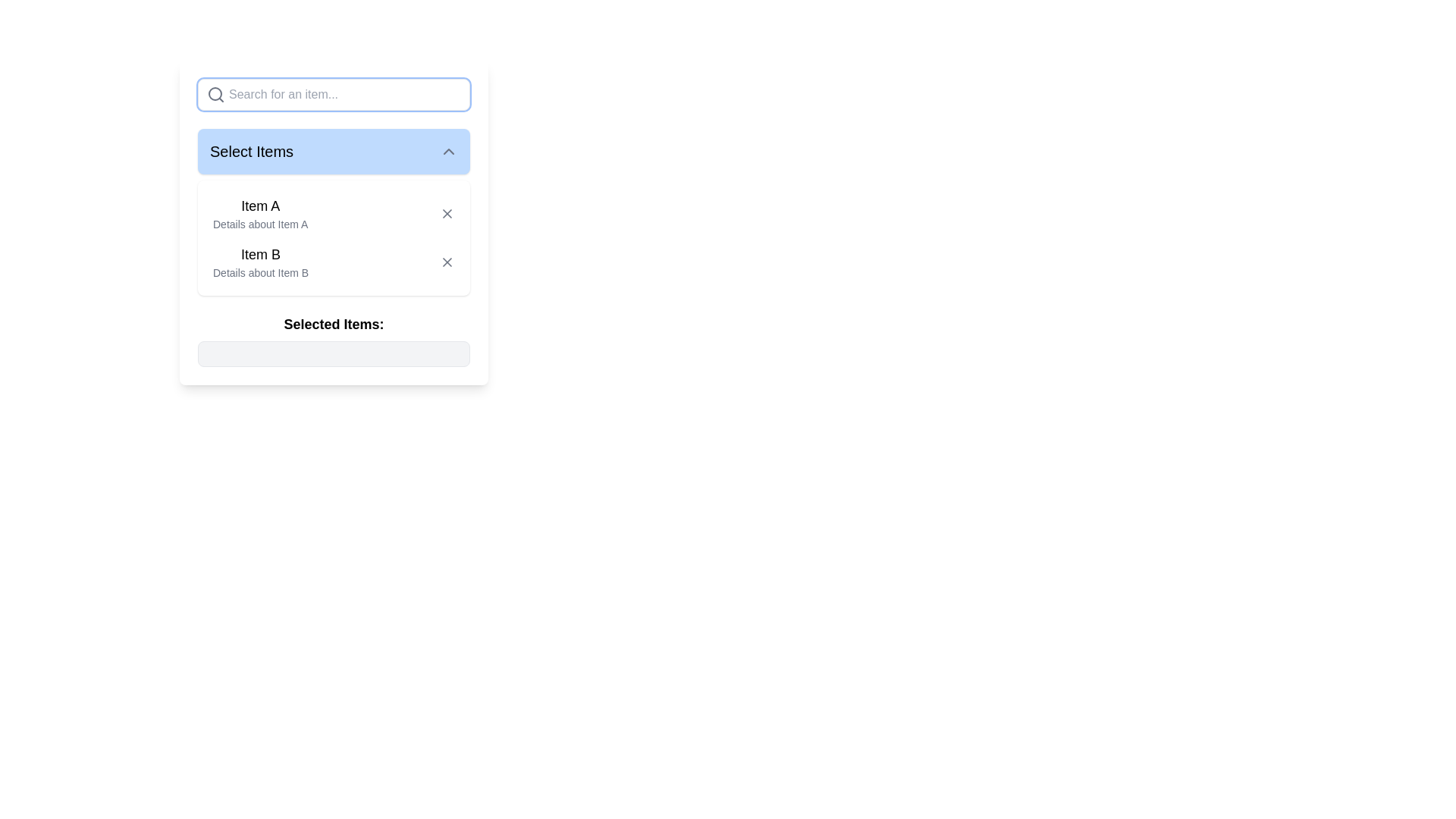 The image size is (1456, 819). I want to click on details of 'Item A' in the 'Select Items' dropdown list, which is the first list item and contains an action button for removal, so click(333, 213).